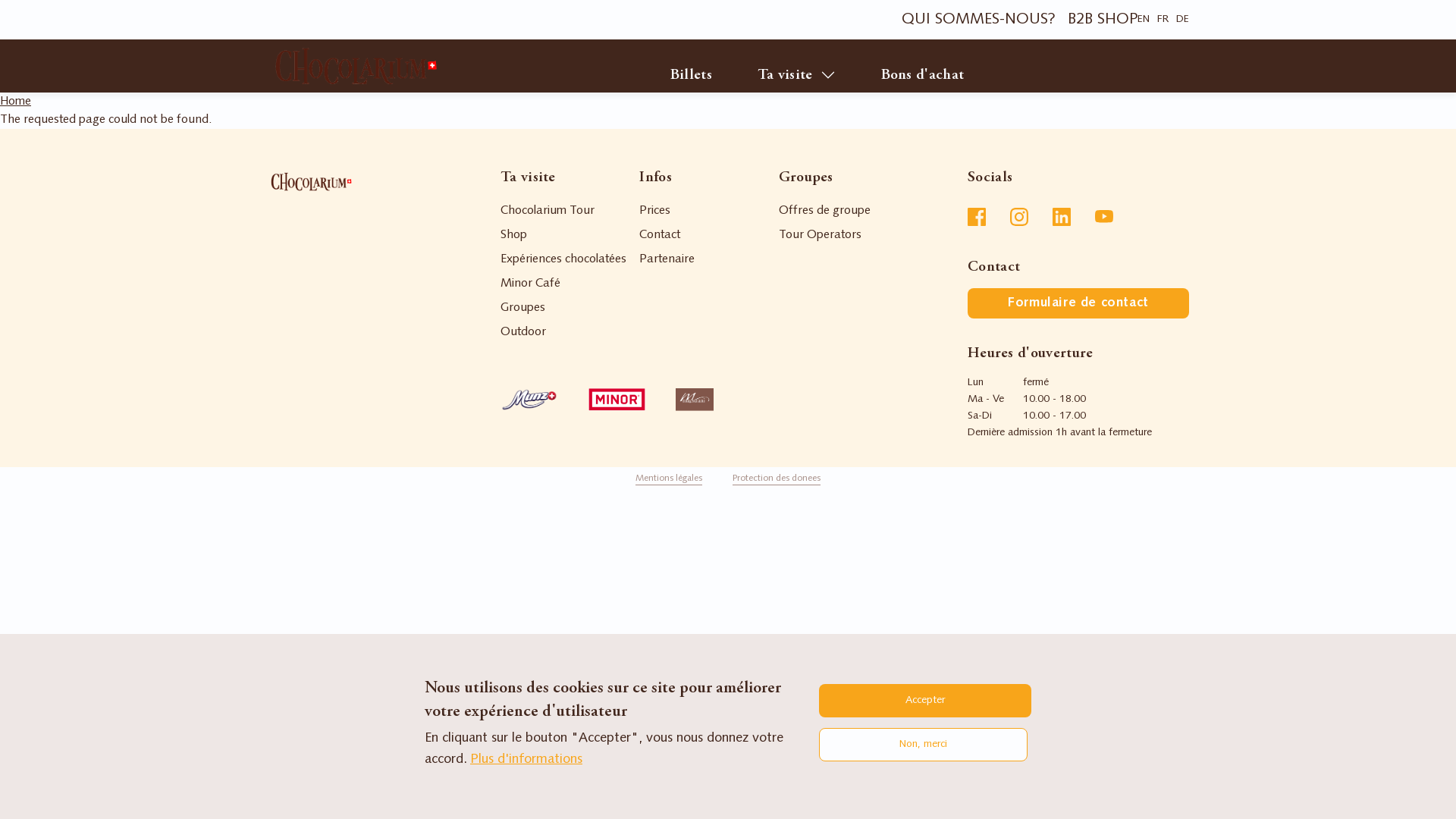 This screenshot has width=1456, height=819. What do you see at coordinates (654, 210) in the screenshot?
I see `'Prices'` at bounding box center [654, 210].